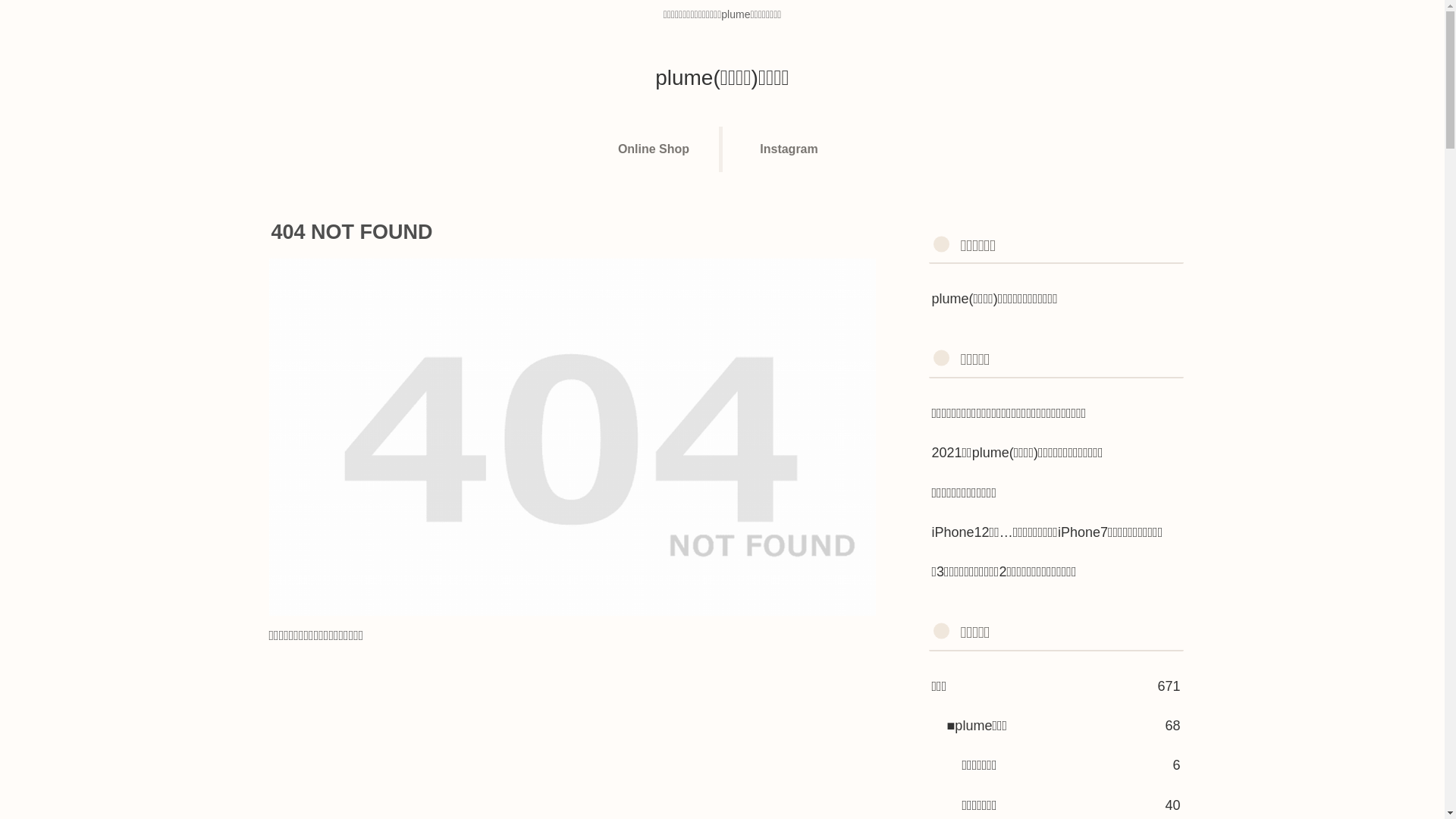 The image size is (1456, 819). I want to click on 'Online Shop', so click(655, 149).